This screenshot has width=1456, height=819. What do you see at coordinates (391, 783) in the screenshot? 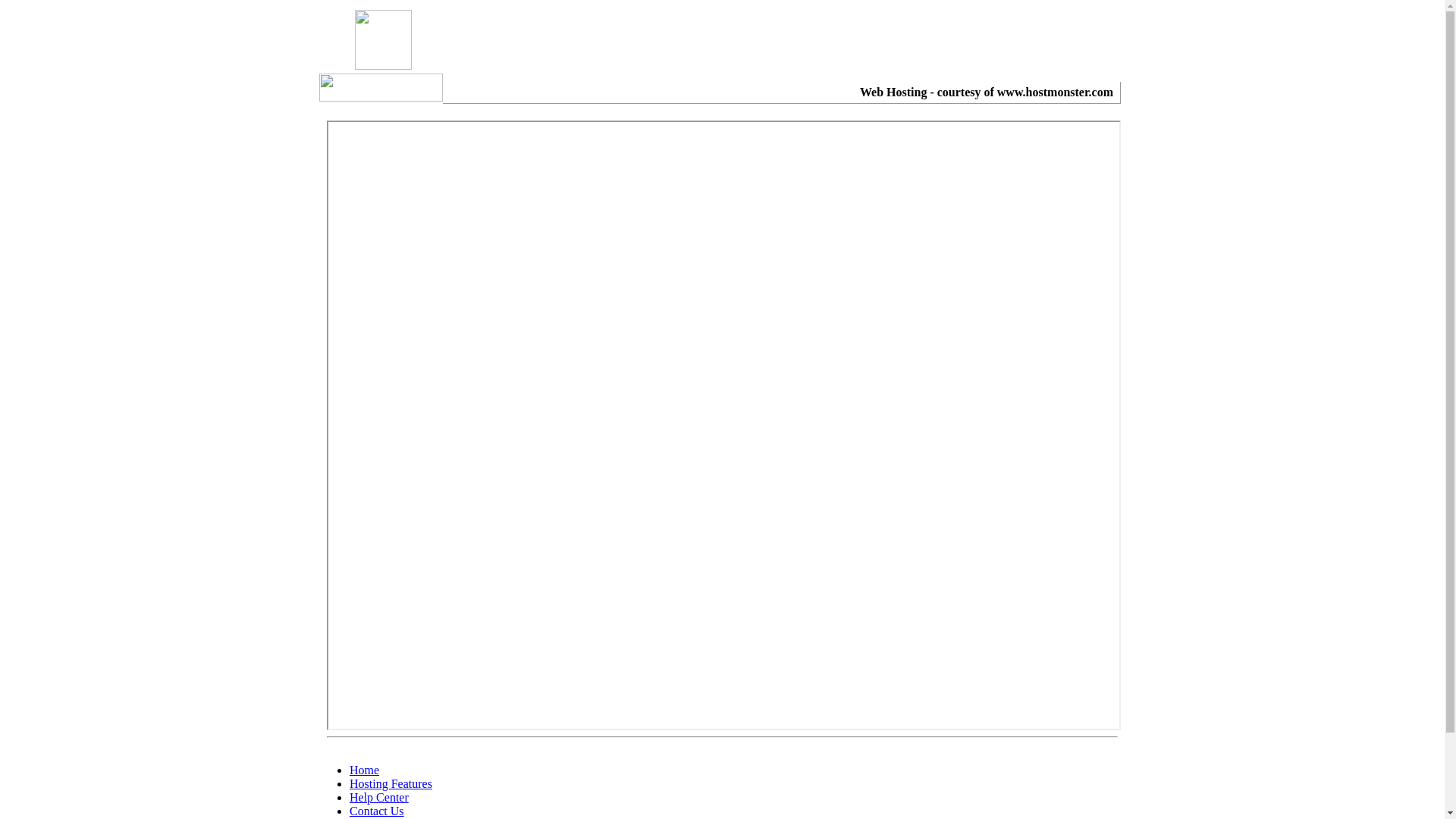
I see `'Hosting Features'` at bounding box center [391, 783].